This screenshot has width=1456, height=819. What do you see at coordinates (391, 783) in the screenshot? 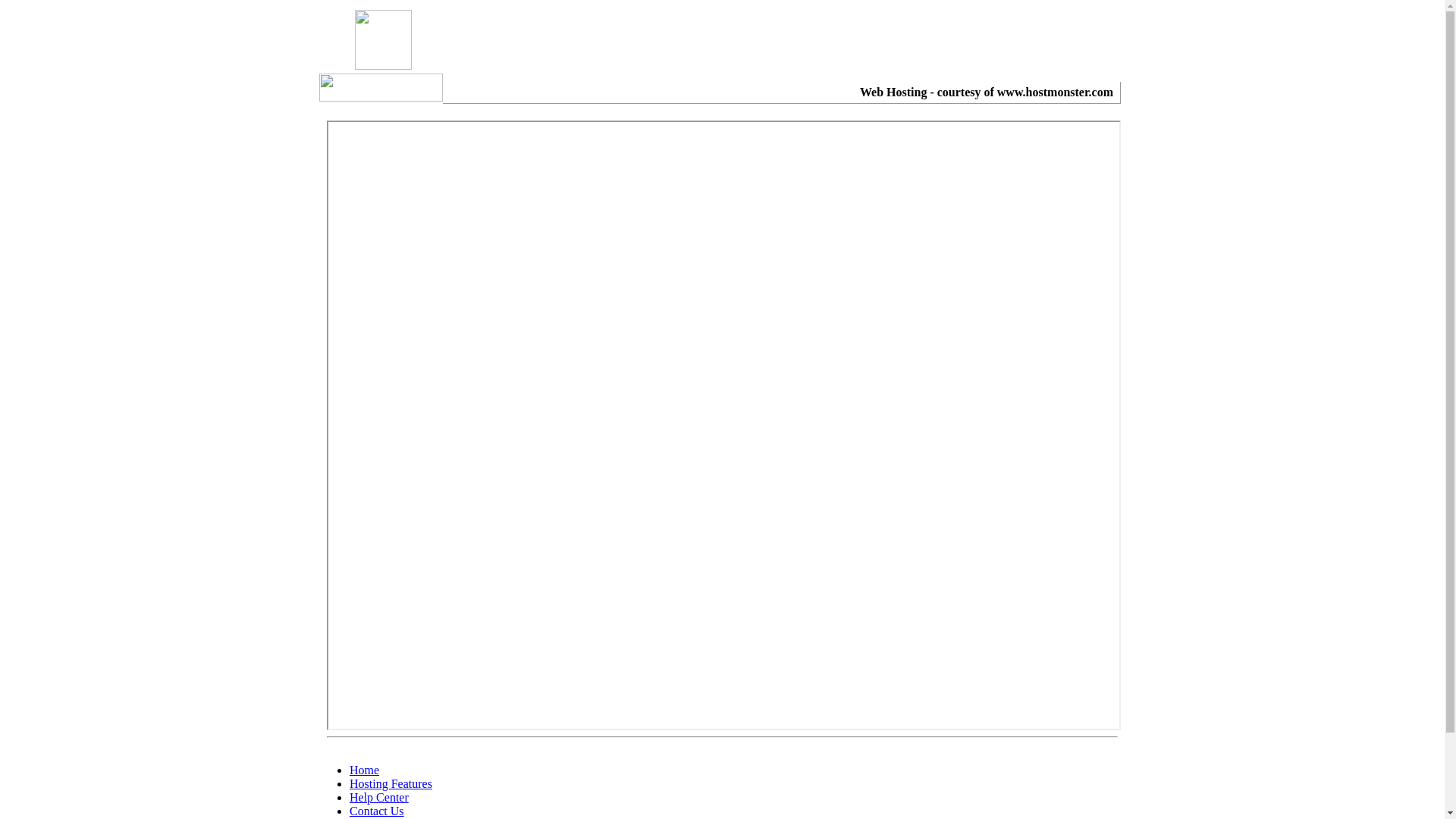
I see `'Hosting Features'` at bounding box center [391, 783].